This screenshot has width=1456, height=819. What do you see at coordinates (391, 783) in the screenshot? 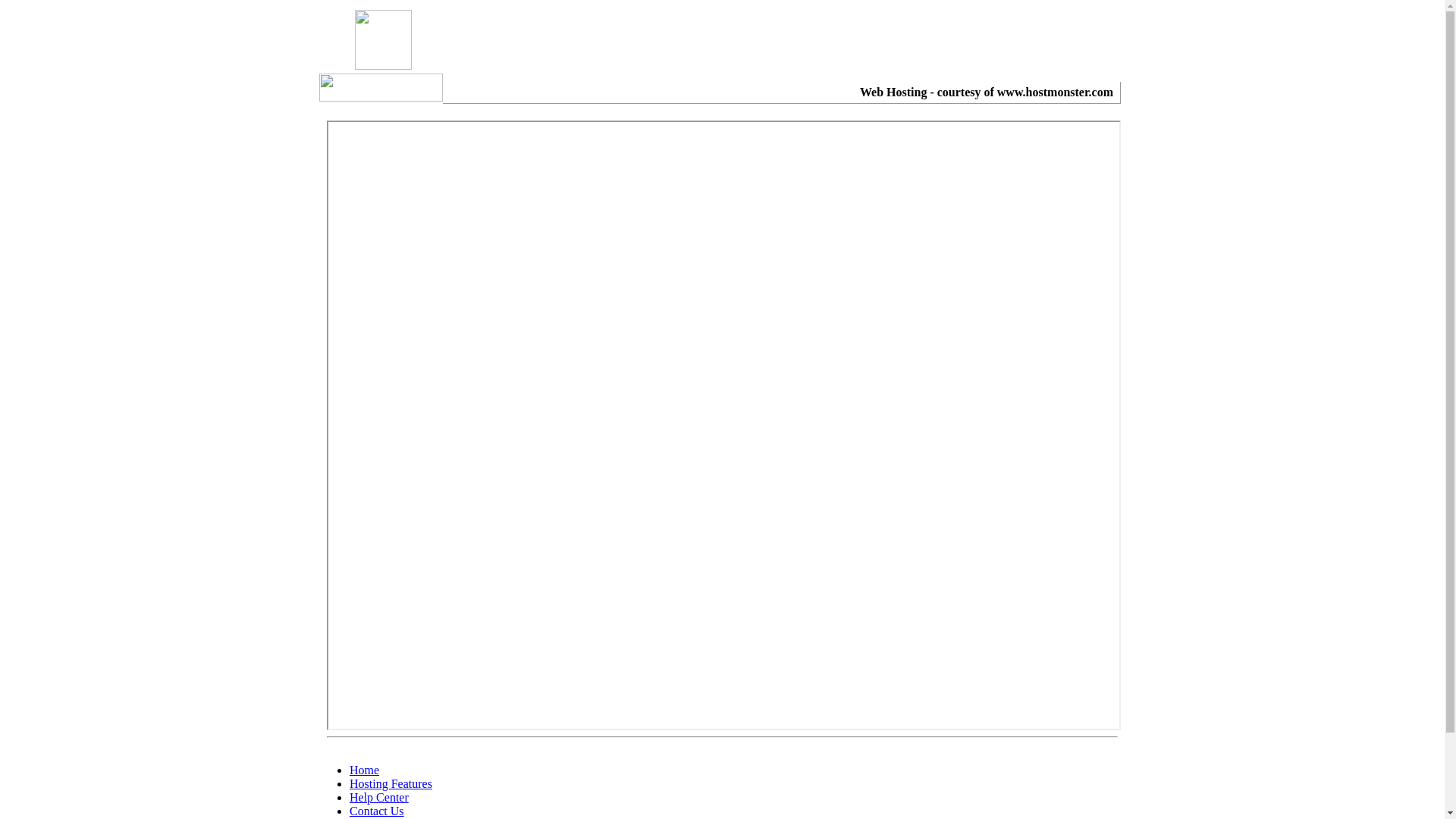
I see `'Hosting Features'` at bounding box center [391, 783].